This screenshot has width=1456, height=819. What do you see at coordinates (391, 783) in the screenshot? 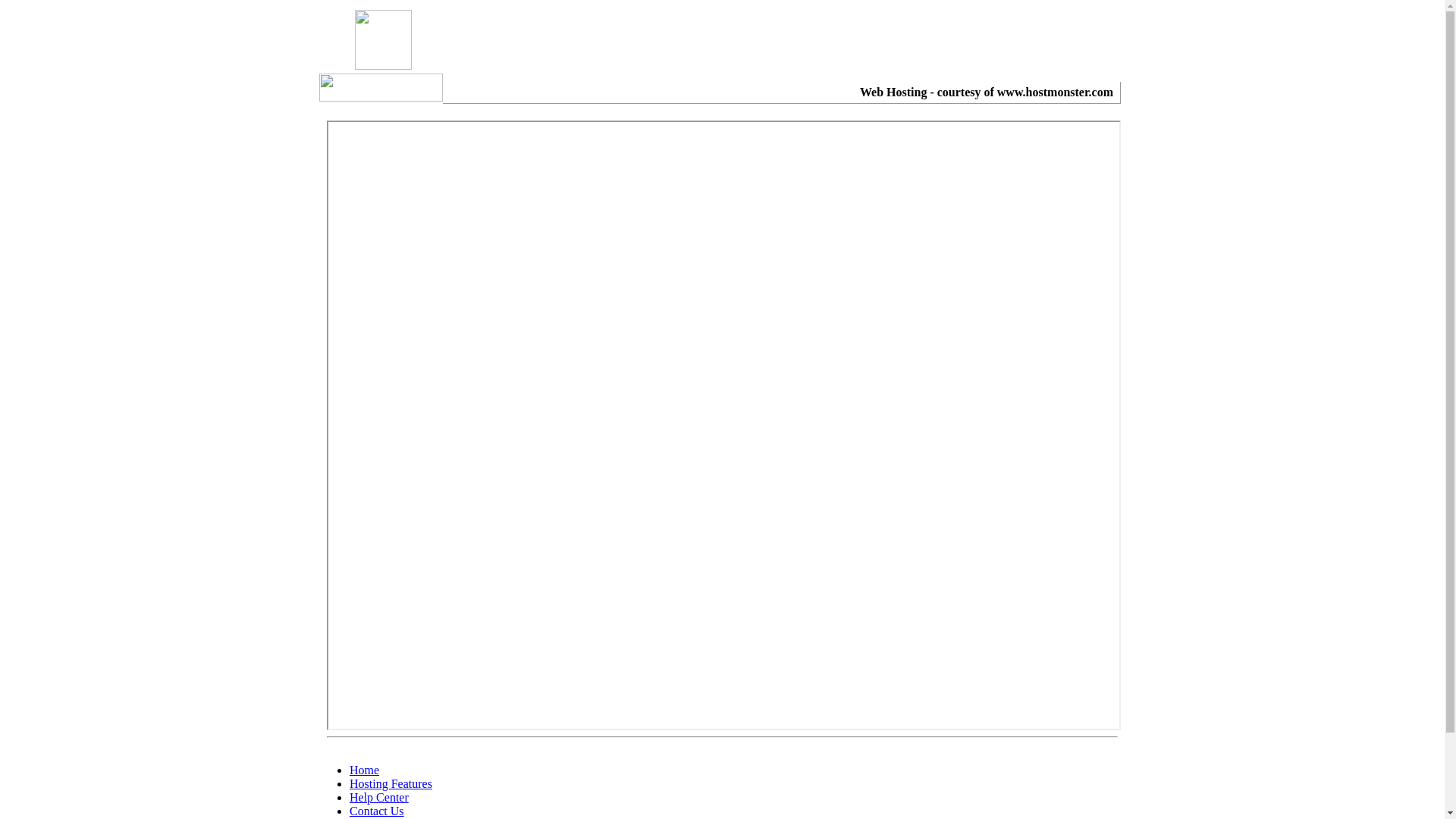
I see `'Hosting Features'` at bounding box center [391, 783].